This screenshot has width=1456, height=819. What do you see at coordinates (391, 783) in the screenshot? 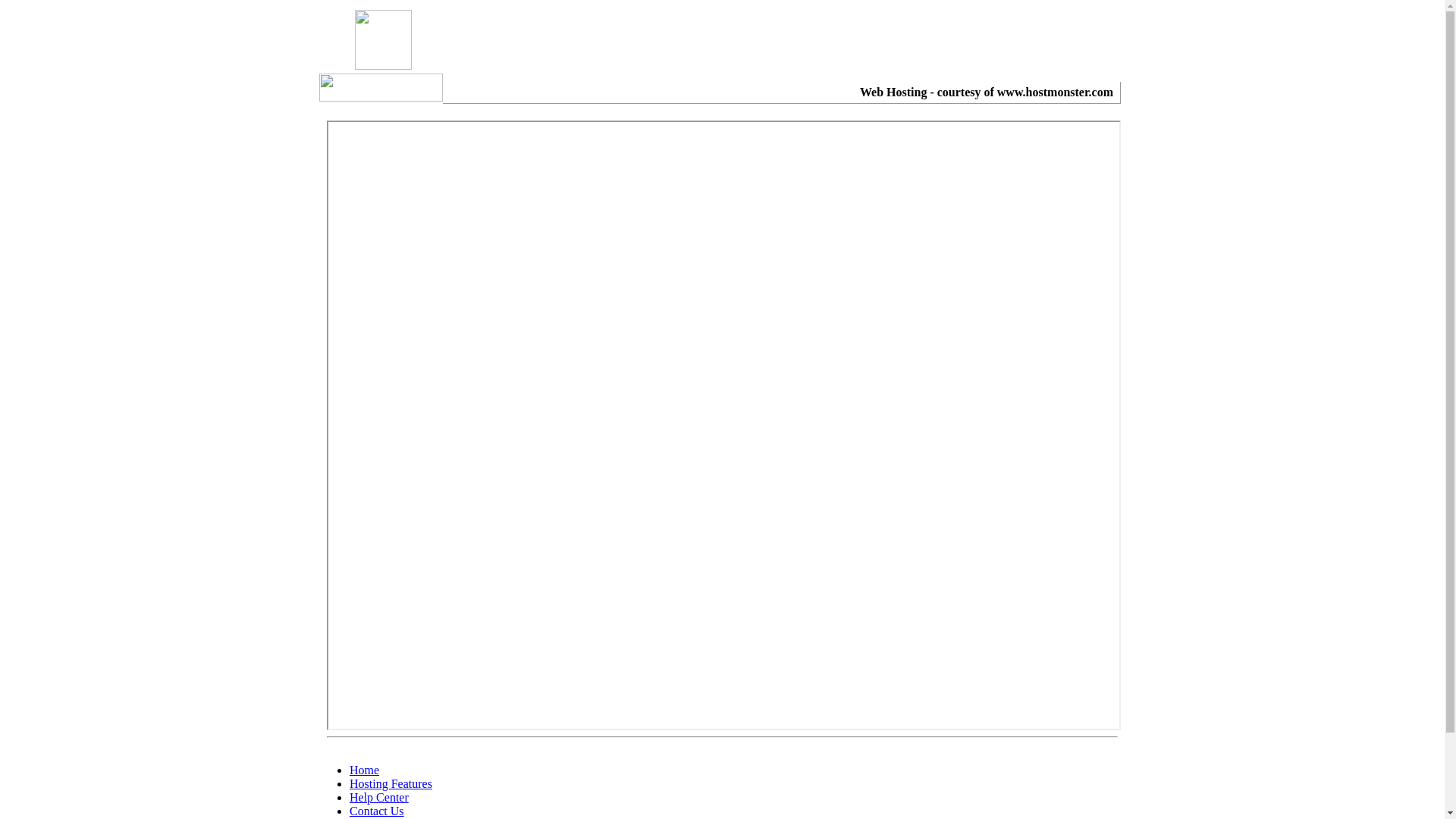
I see `'Hosting Features'` at bounding box center [391, 783].